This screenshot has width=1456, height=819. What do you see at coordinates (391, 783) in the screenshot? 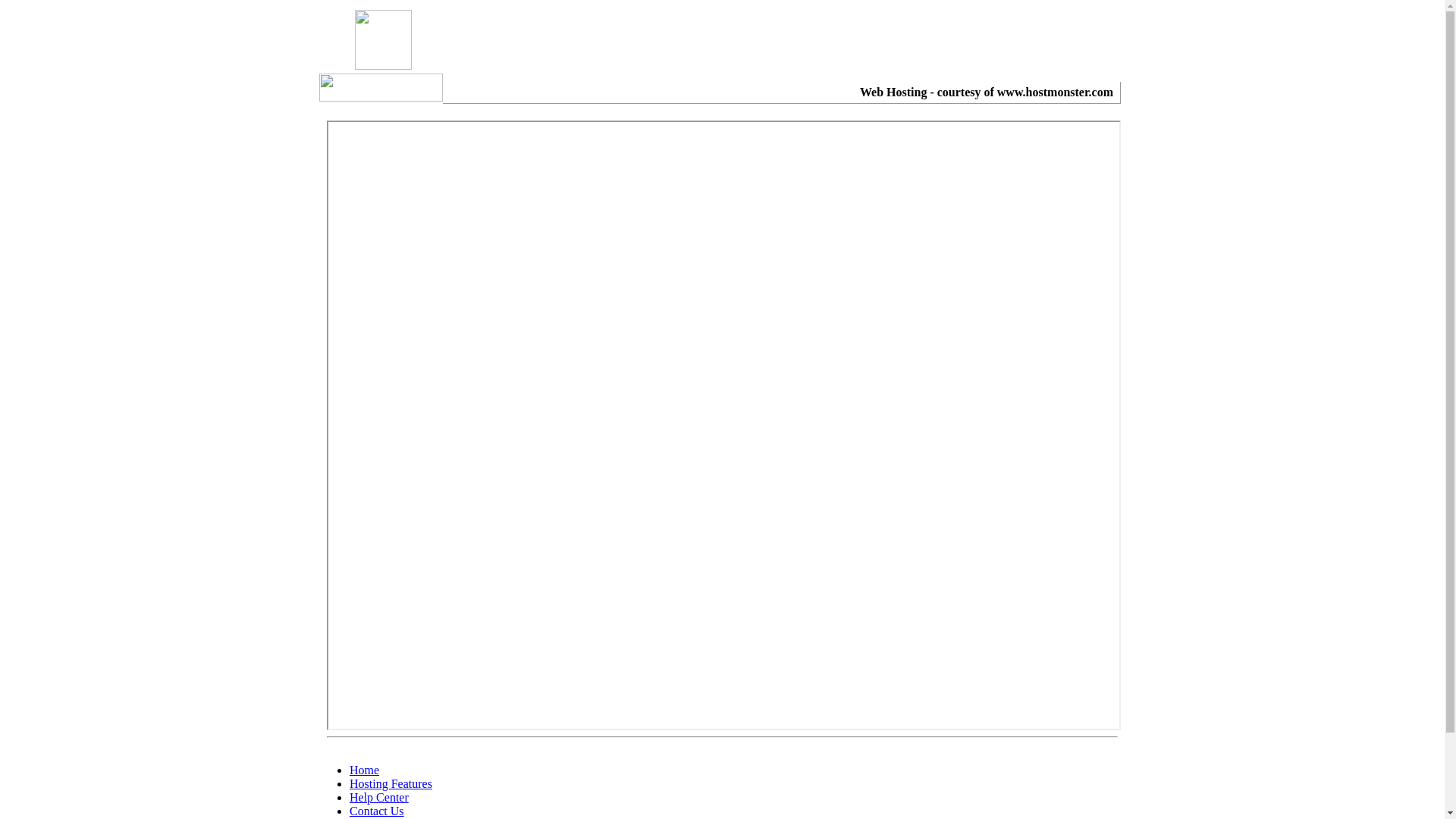
I see `'Hosting Features'` at bounding box center [391, 783].